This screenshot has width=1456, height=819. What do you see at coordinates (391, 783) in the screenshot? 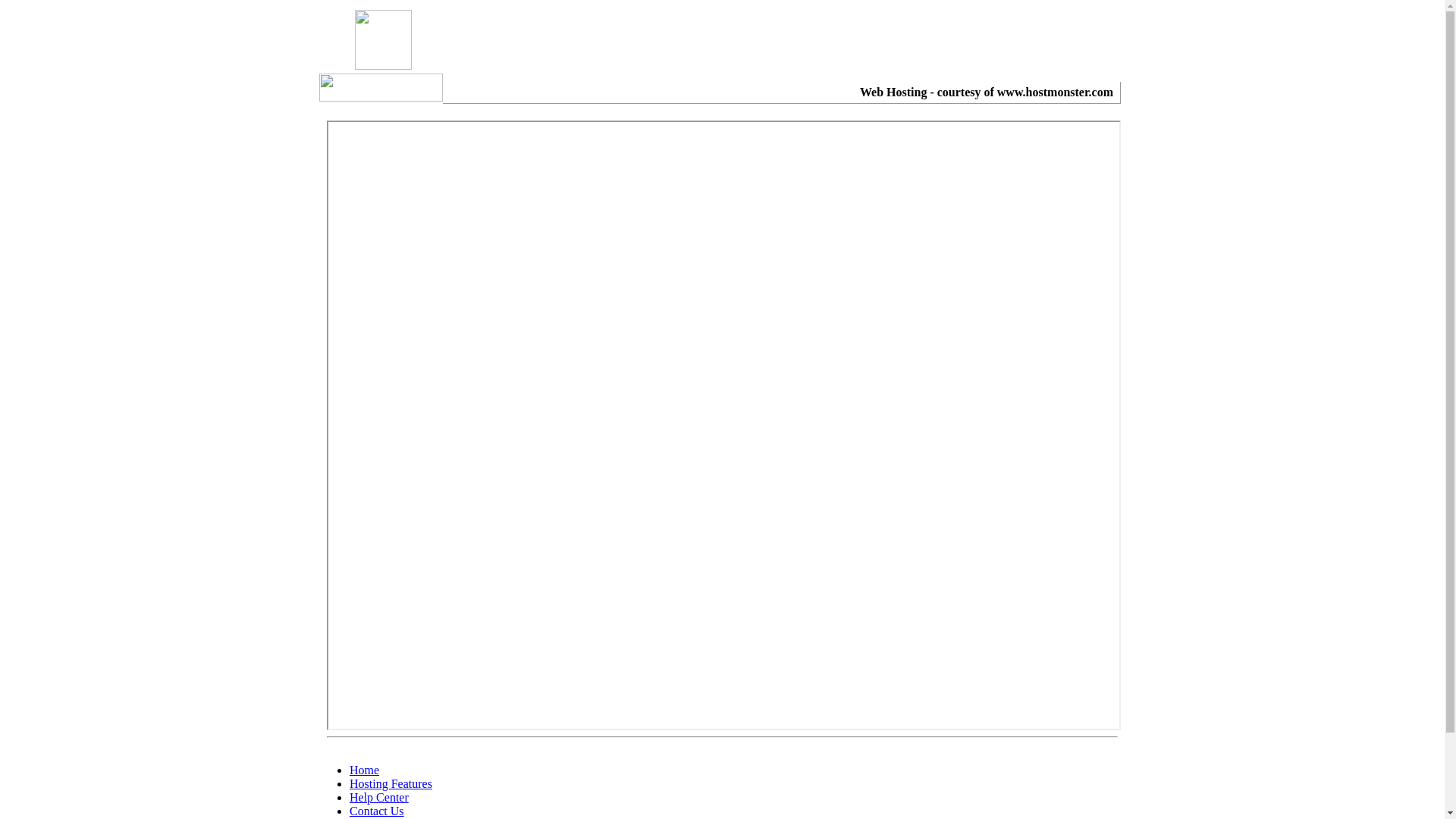
I see `'Hosting Features'` at bounding box center [391, 783].